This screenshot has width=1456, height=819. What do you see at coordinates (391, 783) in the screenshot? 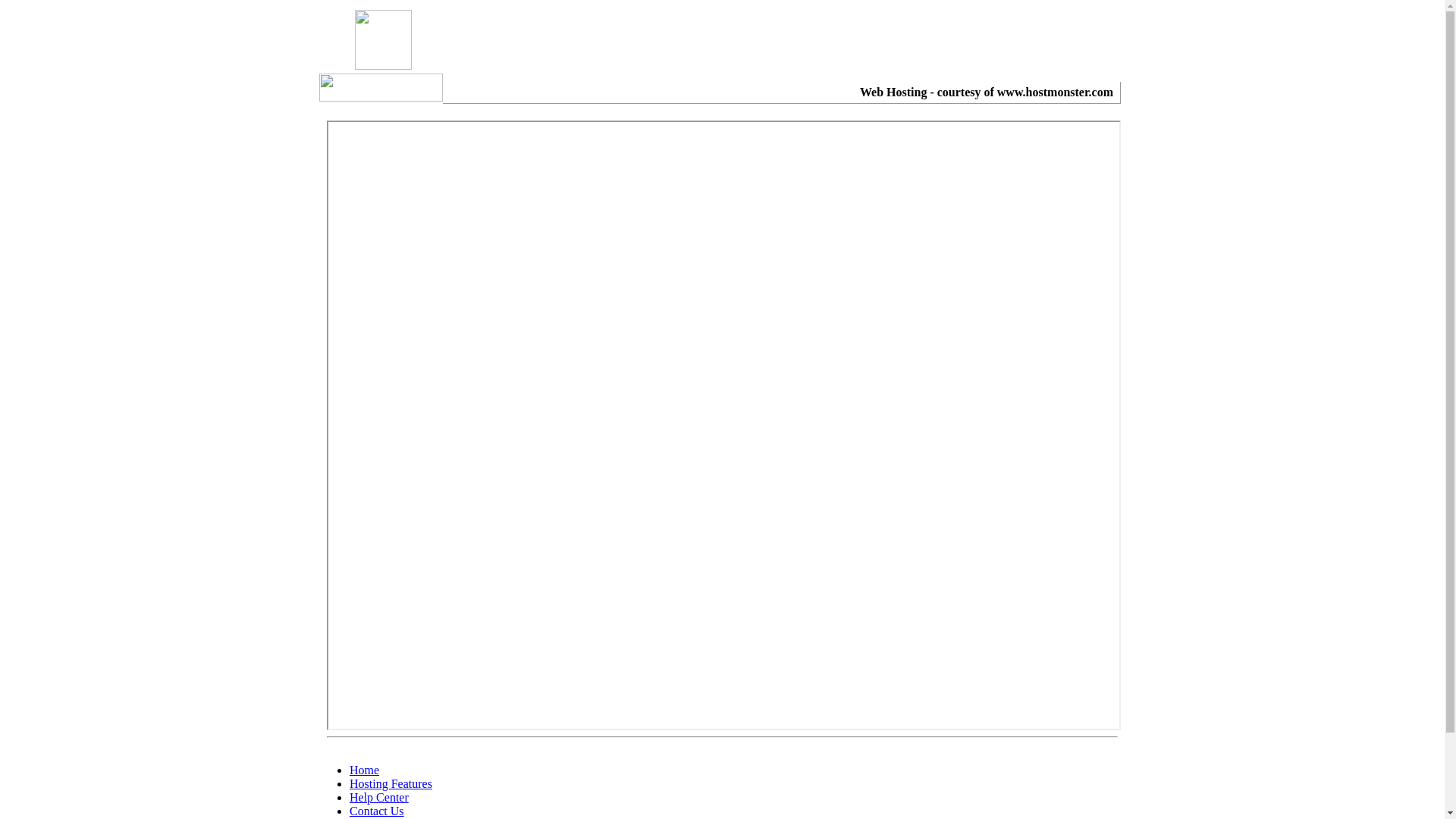
I see `'Hosting Features'` at bounding box center [391, 783].